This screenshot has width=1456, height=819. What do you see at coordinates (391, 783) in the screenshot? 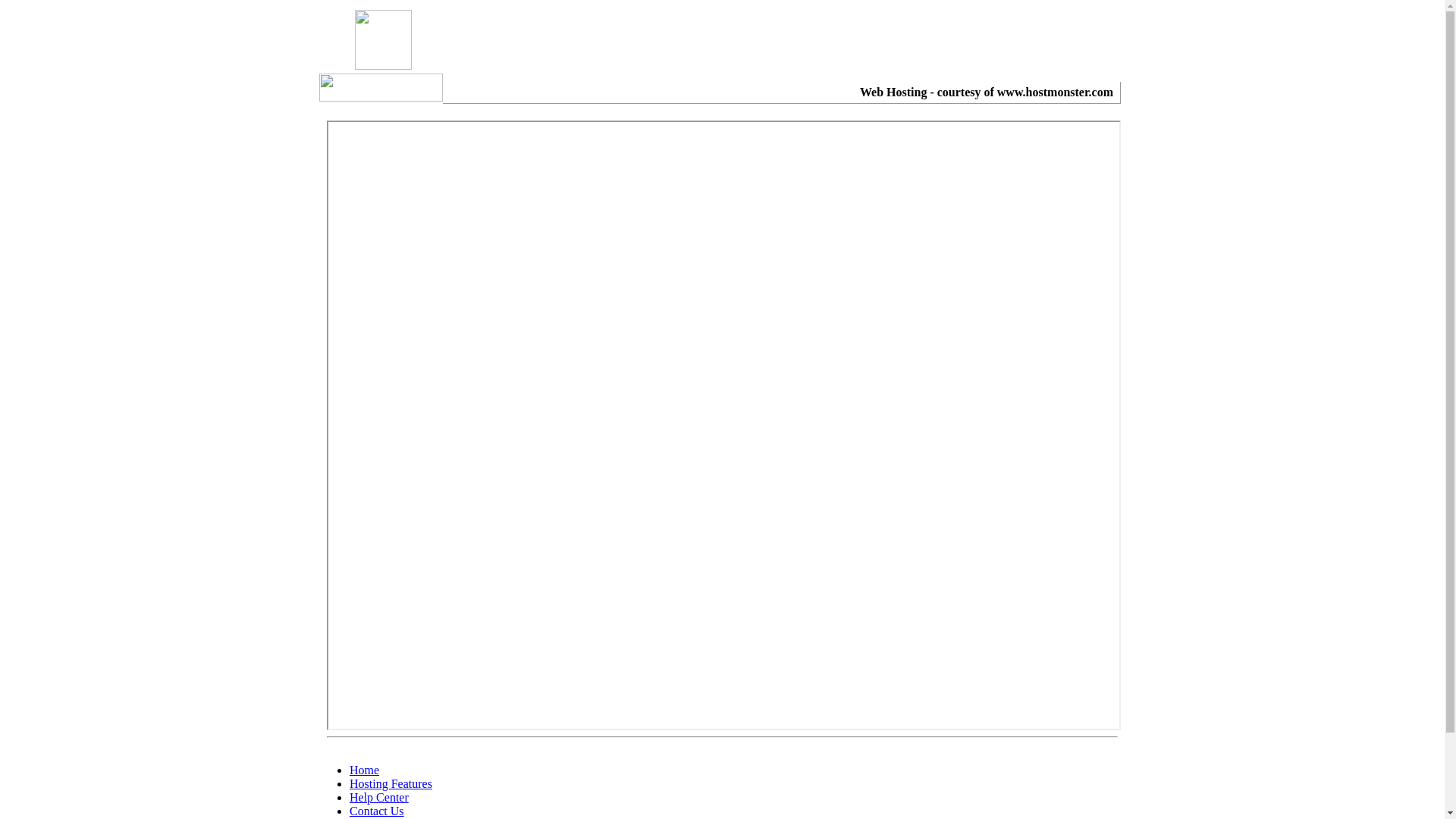
I see `'Hosting Features'` at bounding box center [391, 783].